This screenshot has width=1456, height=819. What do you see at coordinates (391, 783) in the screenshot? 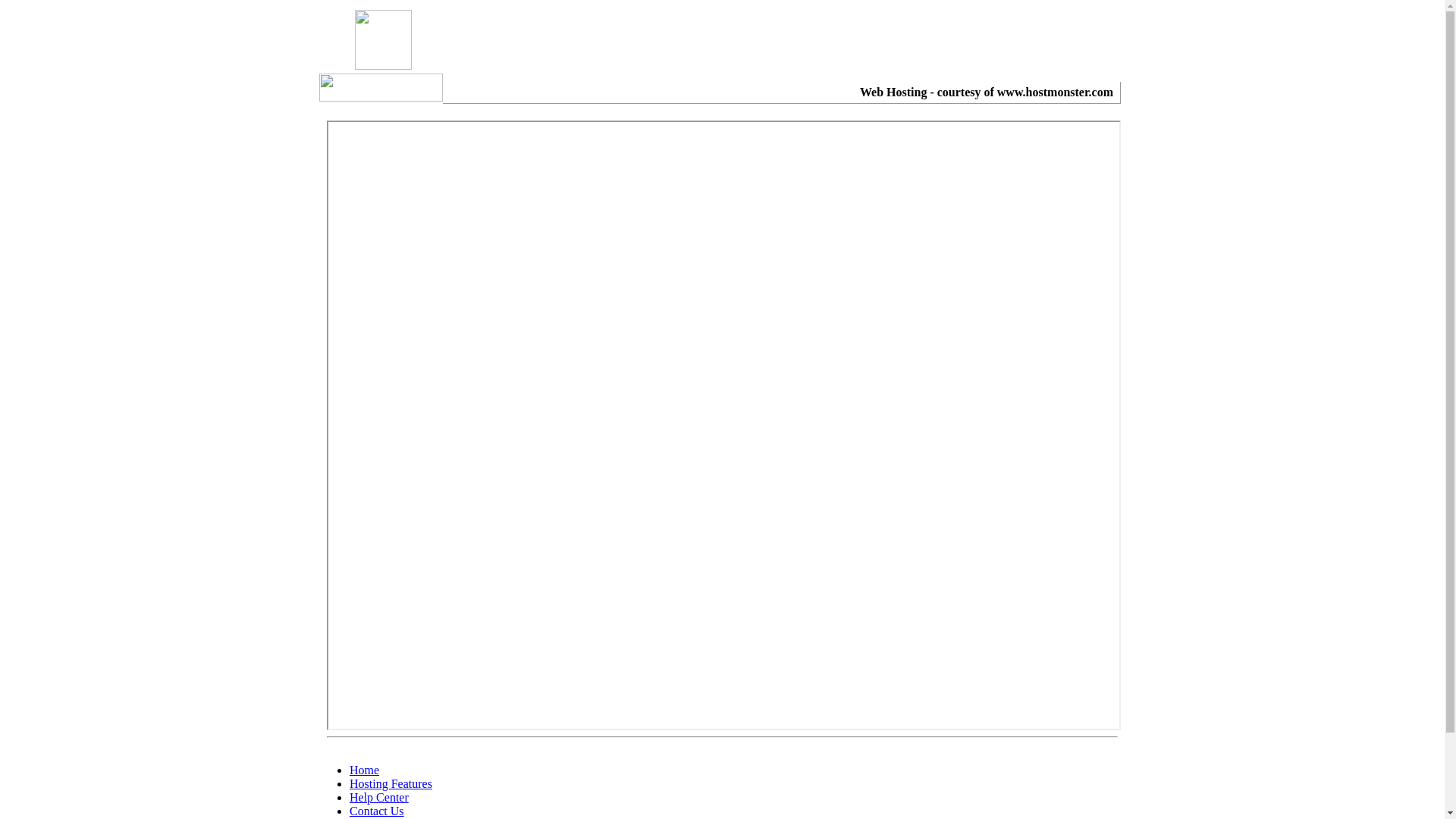
I see `'Hosting Features'` at bounding box center [391, 783].